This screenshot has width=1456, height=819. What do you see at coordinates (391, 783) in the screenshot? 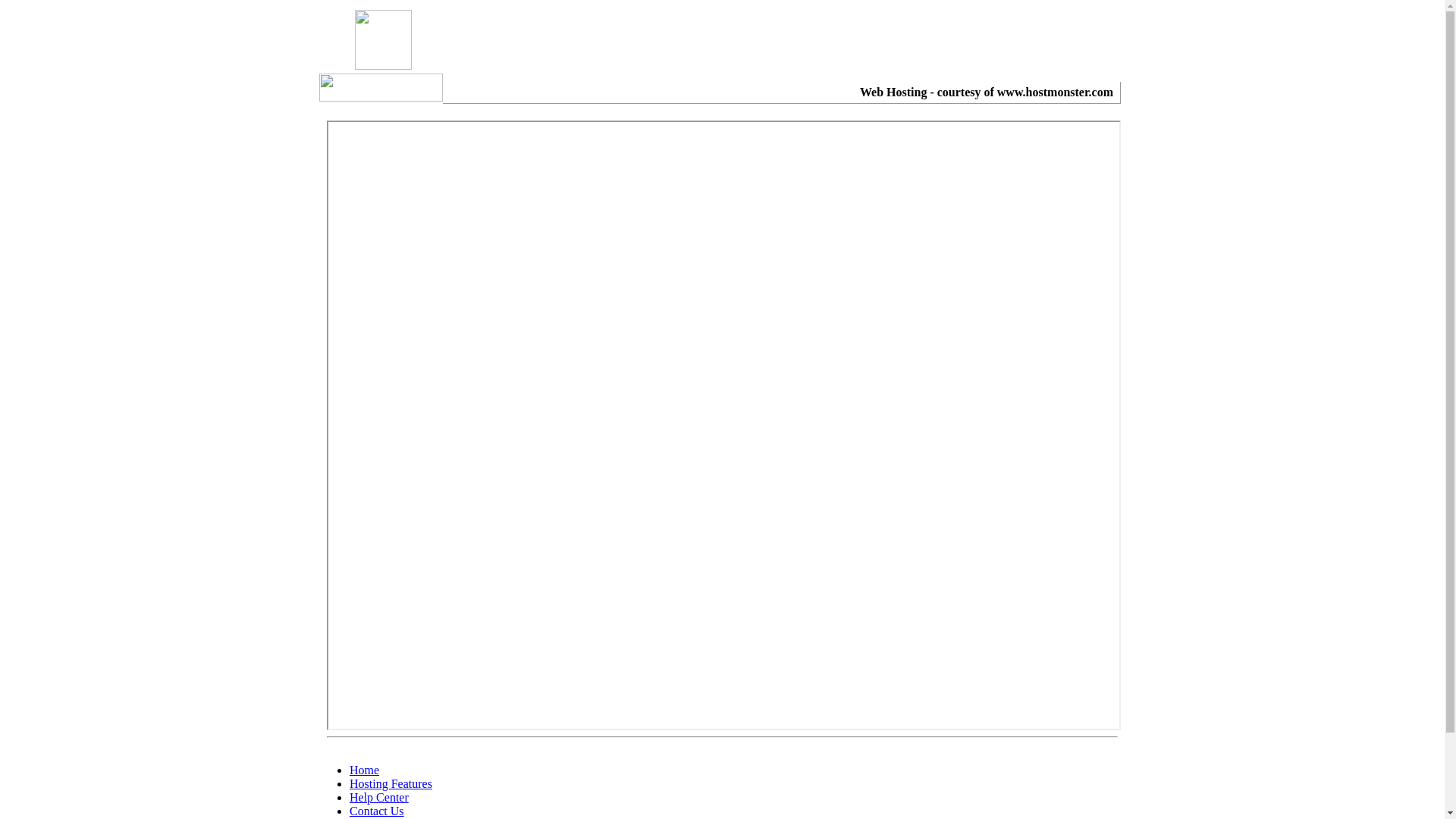
I see `'Hosting Features'` at bounding box center [391, 783].